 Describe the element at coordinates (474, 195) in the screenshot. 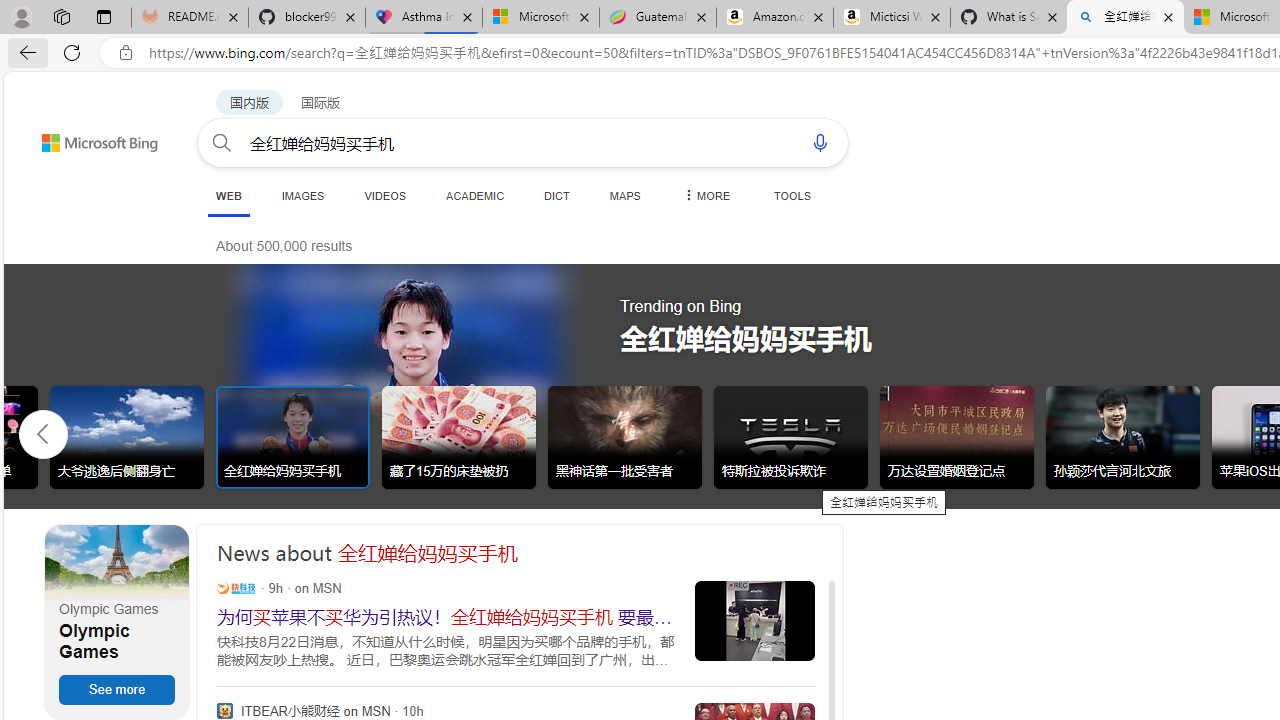

I see `'ACADEMIC'` at that location.